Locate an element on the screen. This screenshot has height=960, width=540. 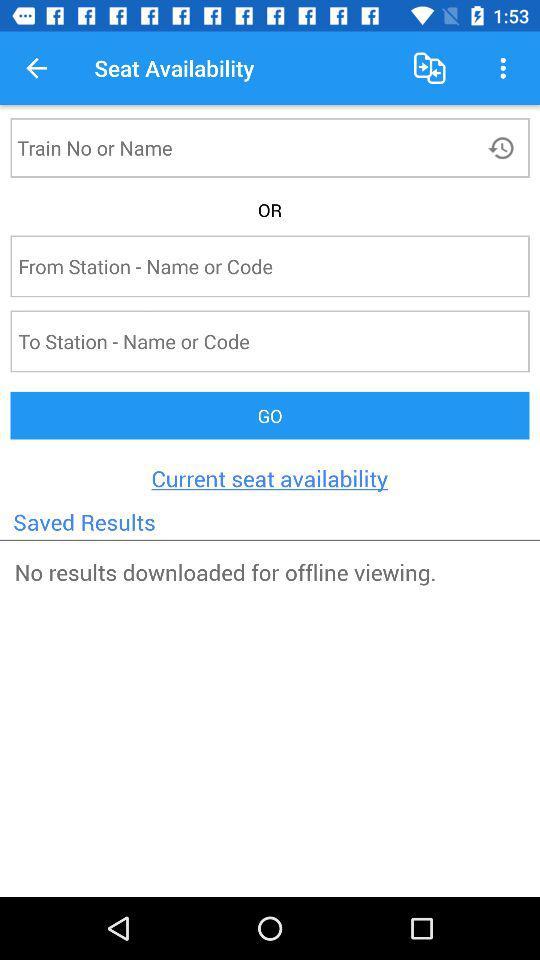
input starting station is located at coordinates (237, 265).